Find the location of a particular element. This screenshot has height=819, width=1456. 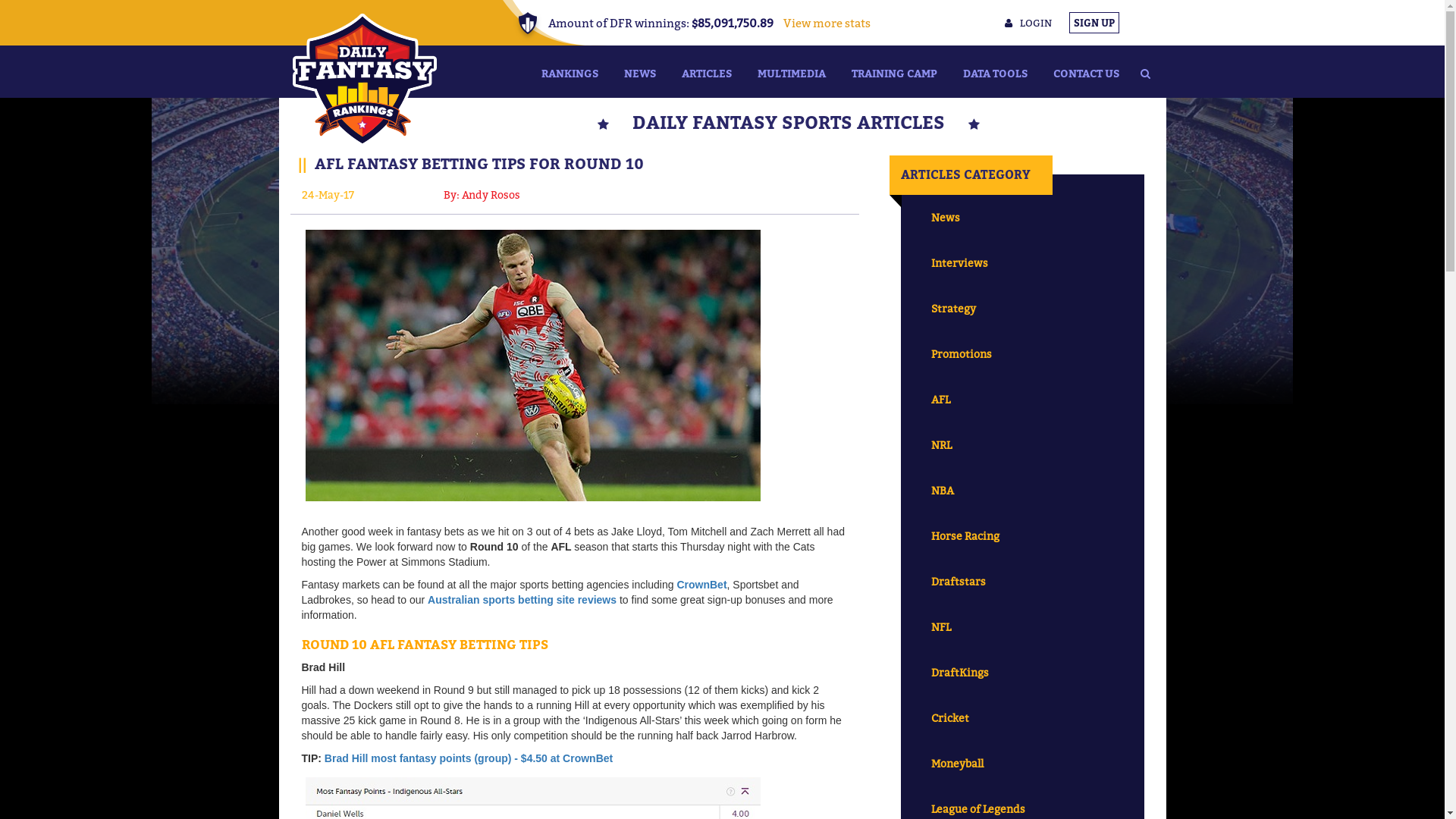

'Interviews' is located at coordinates (1022, 262).